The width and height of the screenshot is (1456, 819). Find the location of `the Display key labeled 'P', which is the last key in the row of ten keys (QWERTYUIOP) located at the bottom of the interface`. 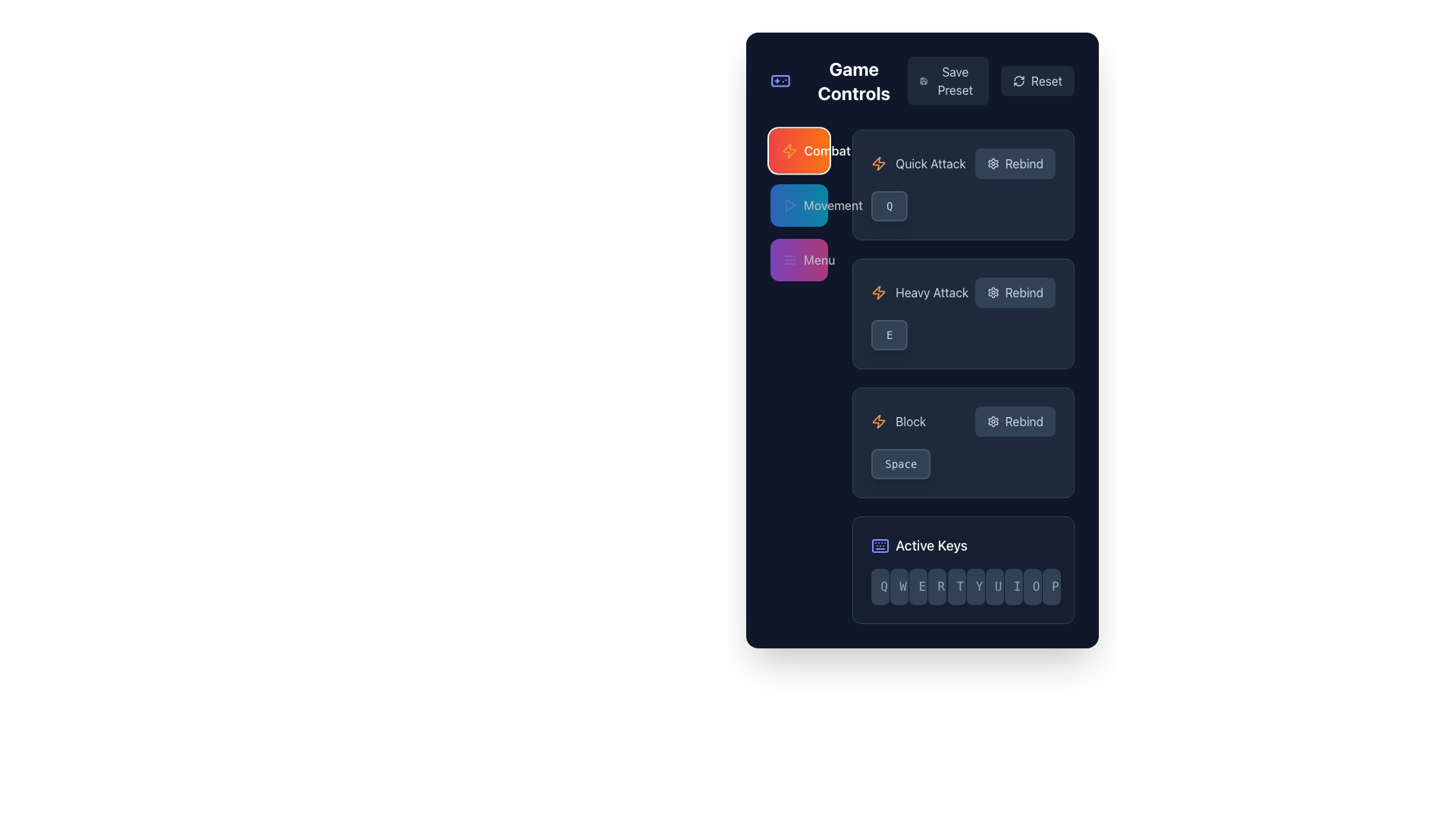

the Display key labeled 'P', which is the last key in the row of ten keys (QWERTYUIOP) located at the bottom of the interface is located at coordinates (1051, 586).